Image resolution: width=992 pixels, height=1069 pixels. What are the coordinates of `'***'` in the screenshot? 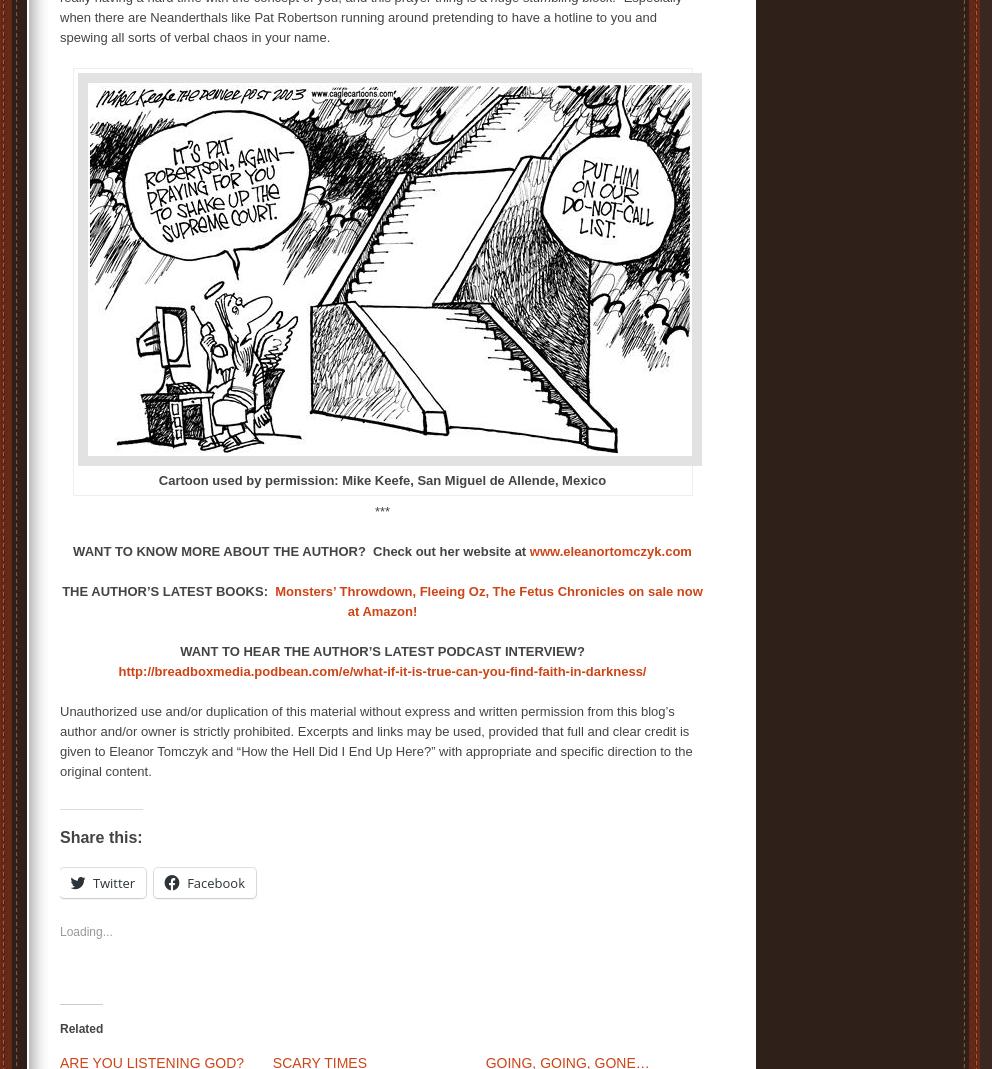 It's located at (382, 510).